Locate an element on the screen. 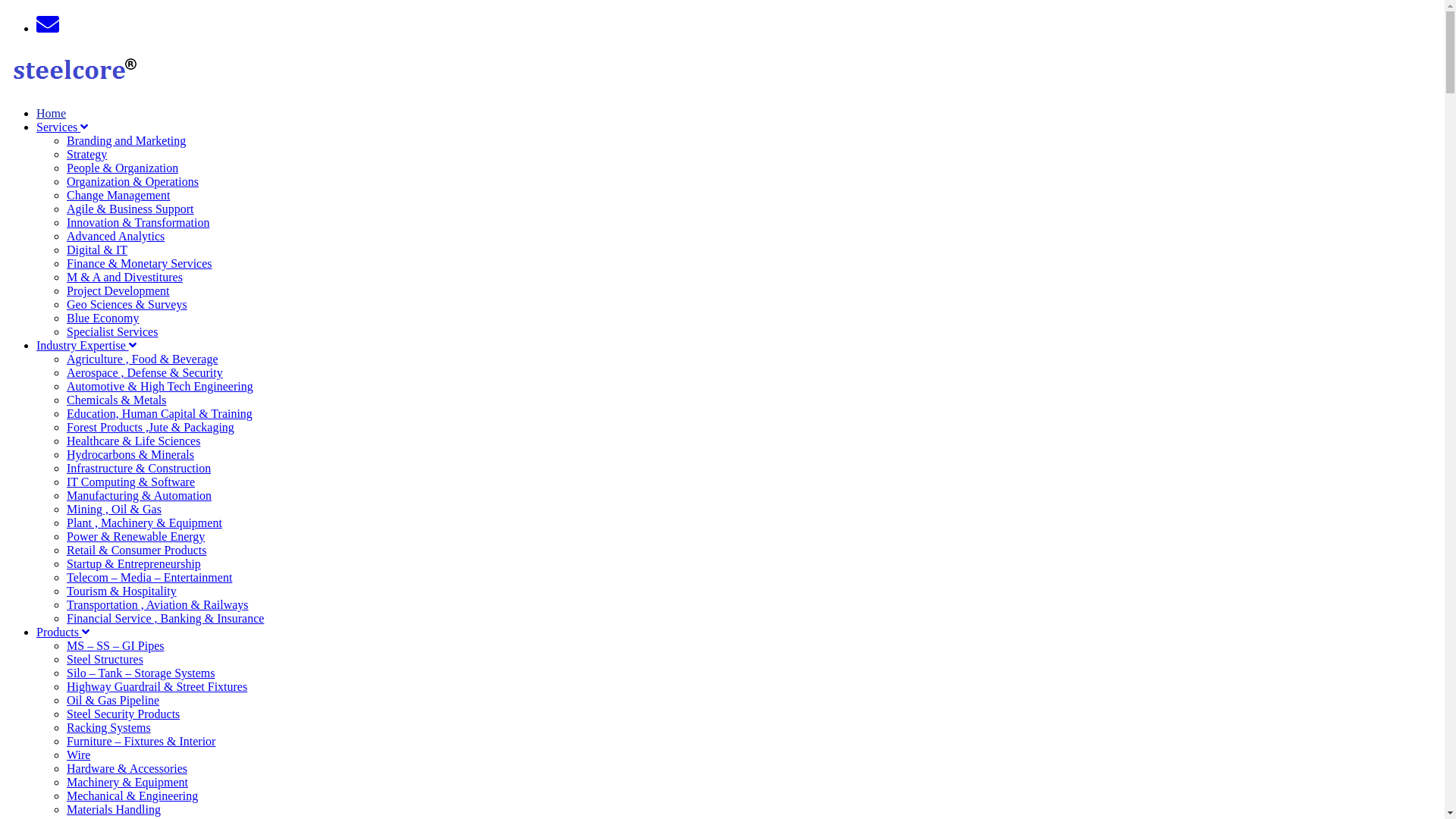  'Retail & Consumer Products' is located at coordinates (136, 550).